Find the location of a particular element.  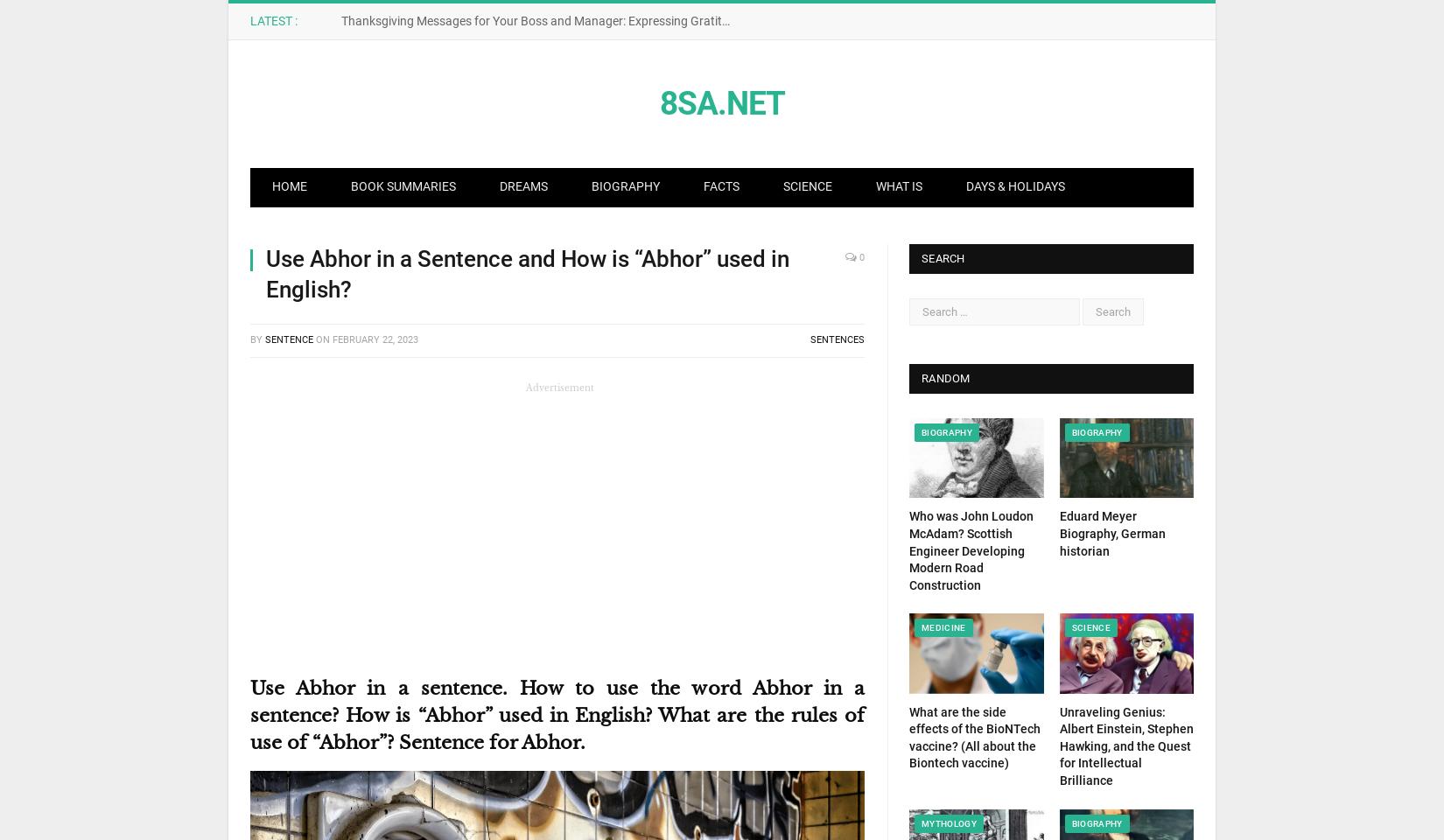

'Use Abhor in a sentence. How to use the word Abhor in a sentence? How is “Abhor” used in English? What are the rules of use of “Abhor”? Sentence for Abhor.' is located at coordinates (557, 714).